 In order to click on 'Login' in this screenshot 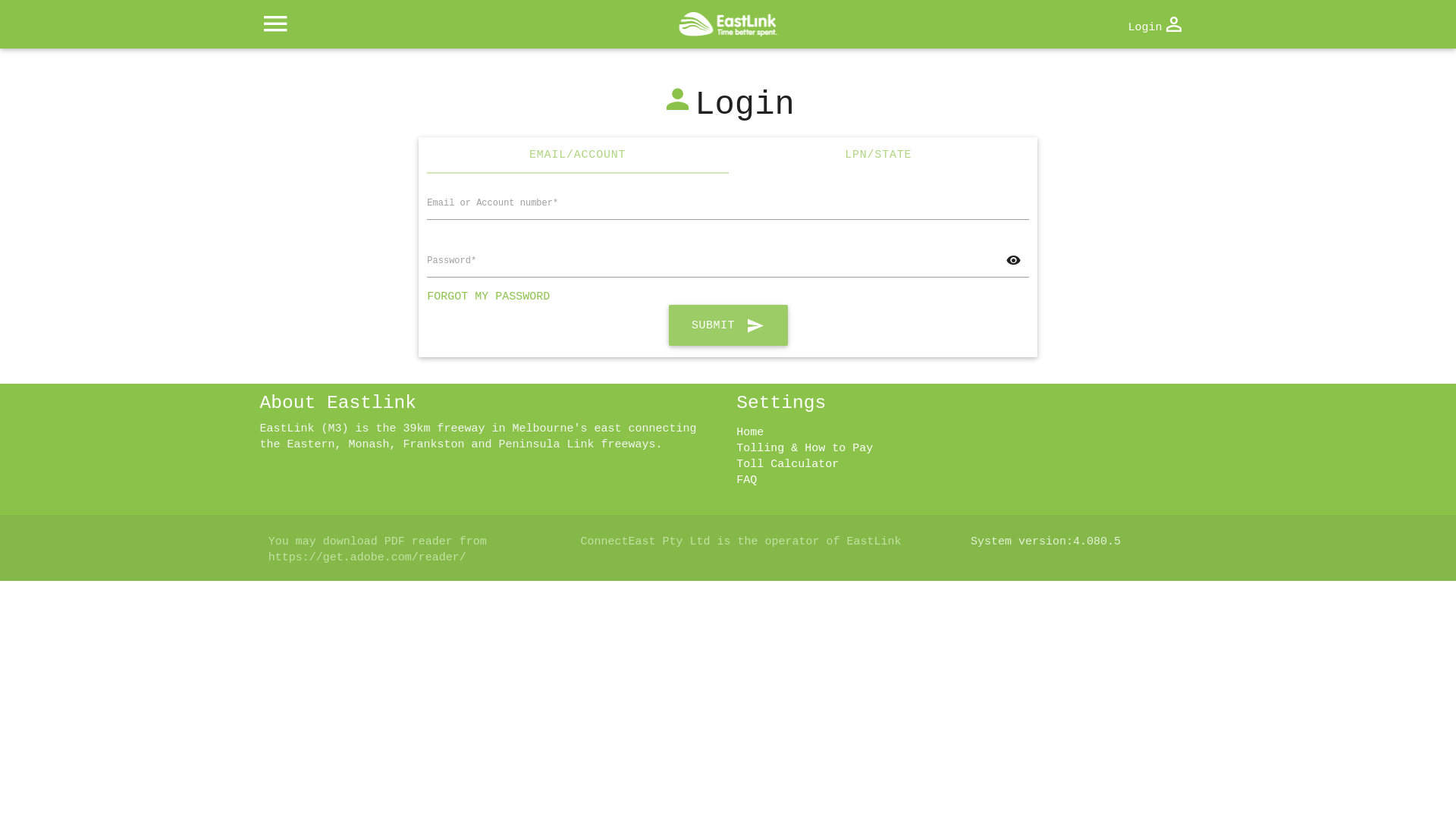, I will do `click(1155, 26)`.